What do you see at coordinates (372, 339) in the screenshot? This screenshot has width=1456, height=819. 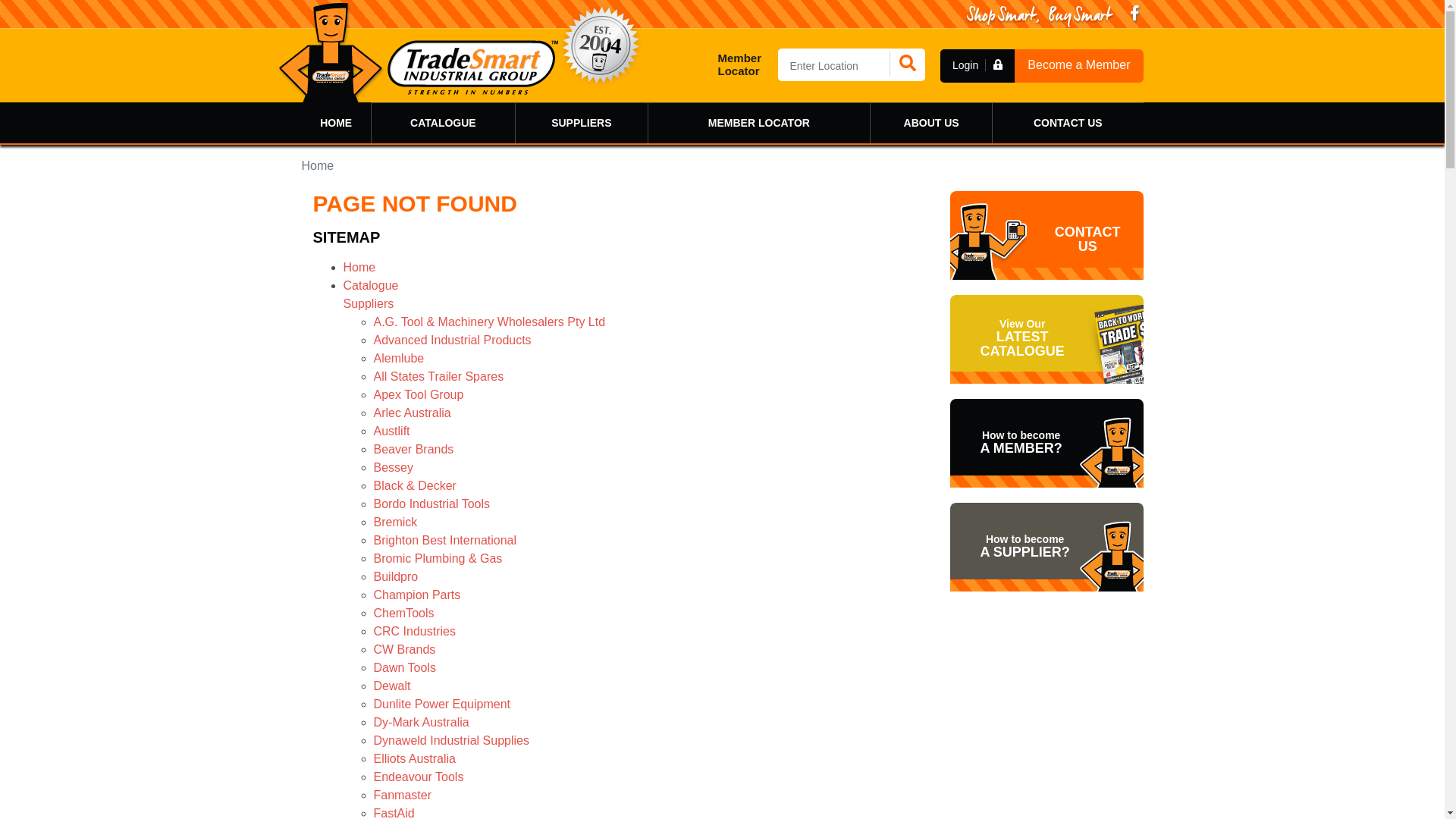 I see `'Advanced Industrial Products'` at bounding box center [372, 339].